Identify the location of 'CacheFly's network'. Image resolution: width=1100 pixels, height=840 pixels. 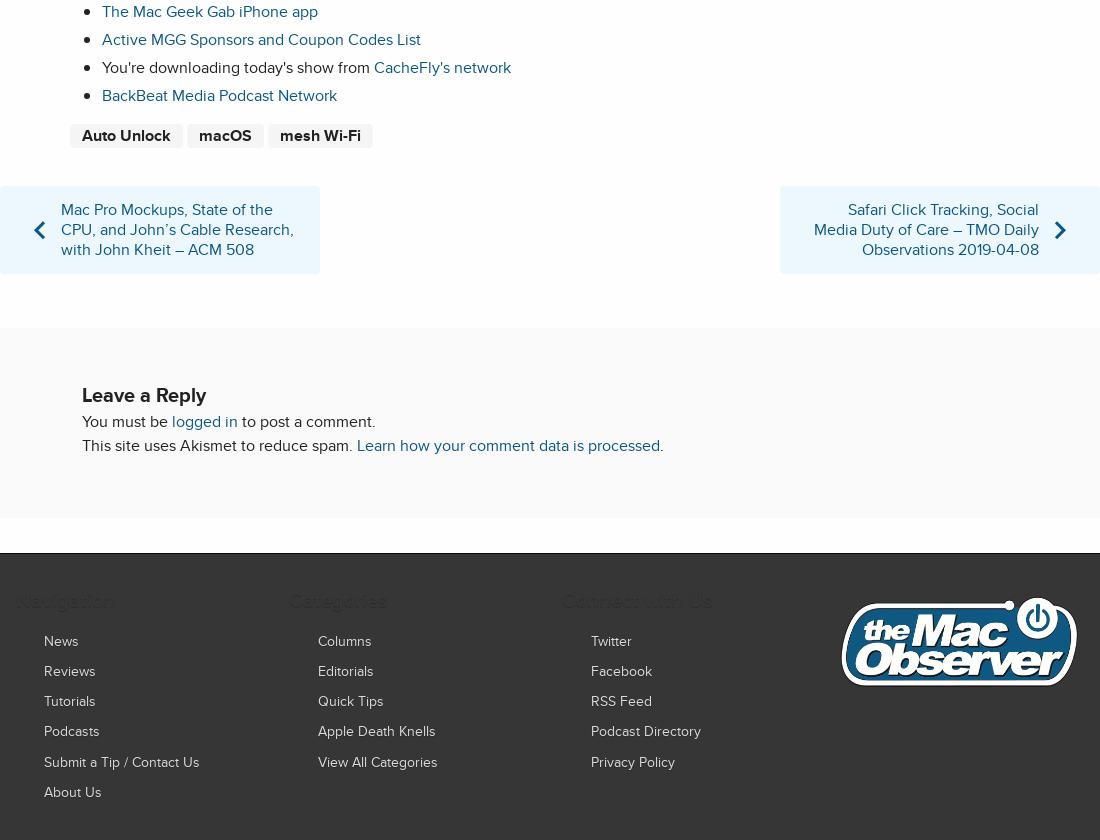
(441, 67).